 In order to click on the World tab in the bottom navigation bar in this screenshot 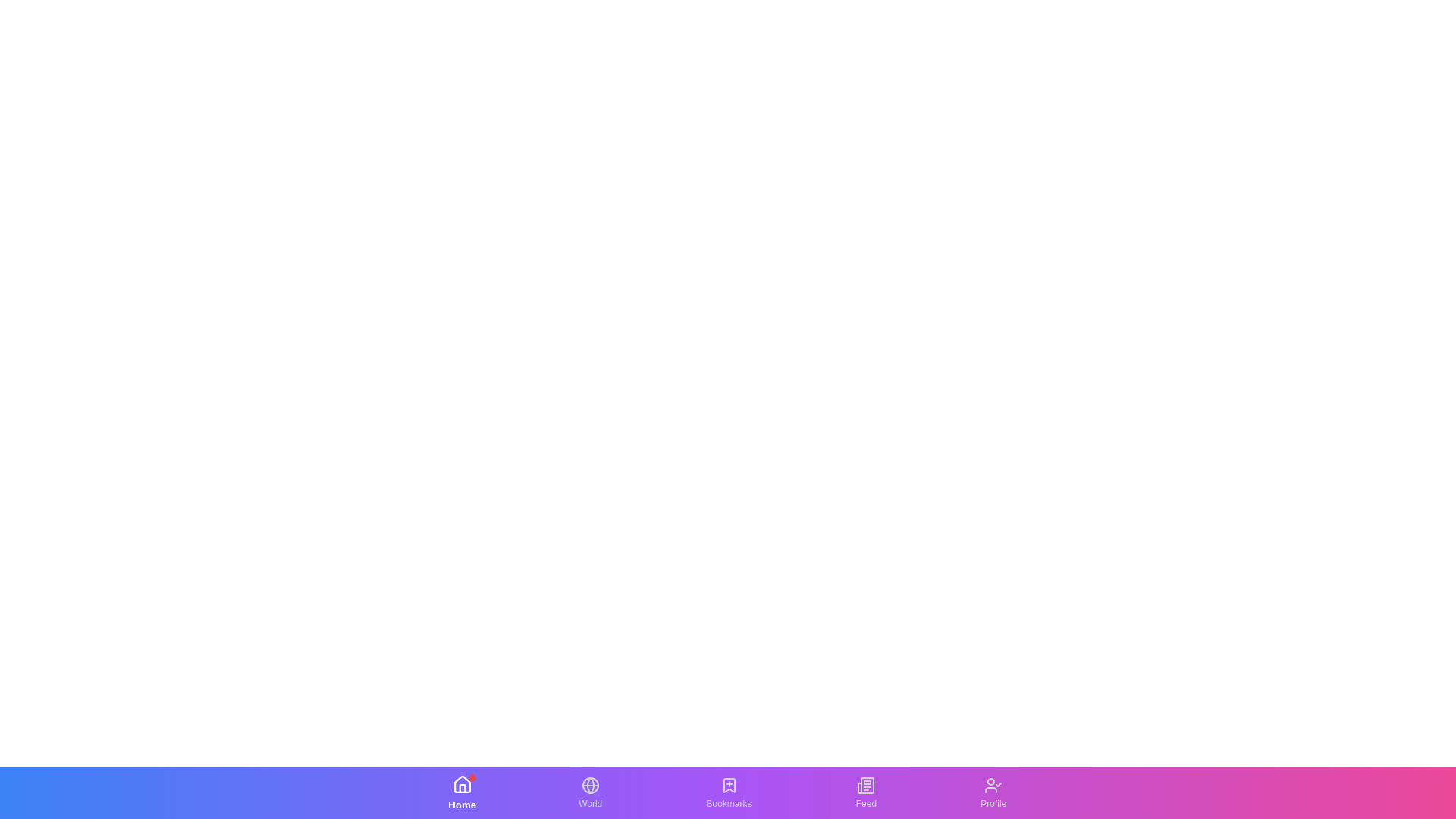, I will do `click(589, 792)`.